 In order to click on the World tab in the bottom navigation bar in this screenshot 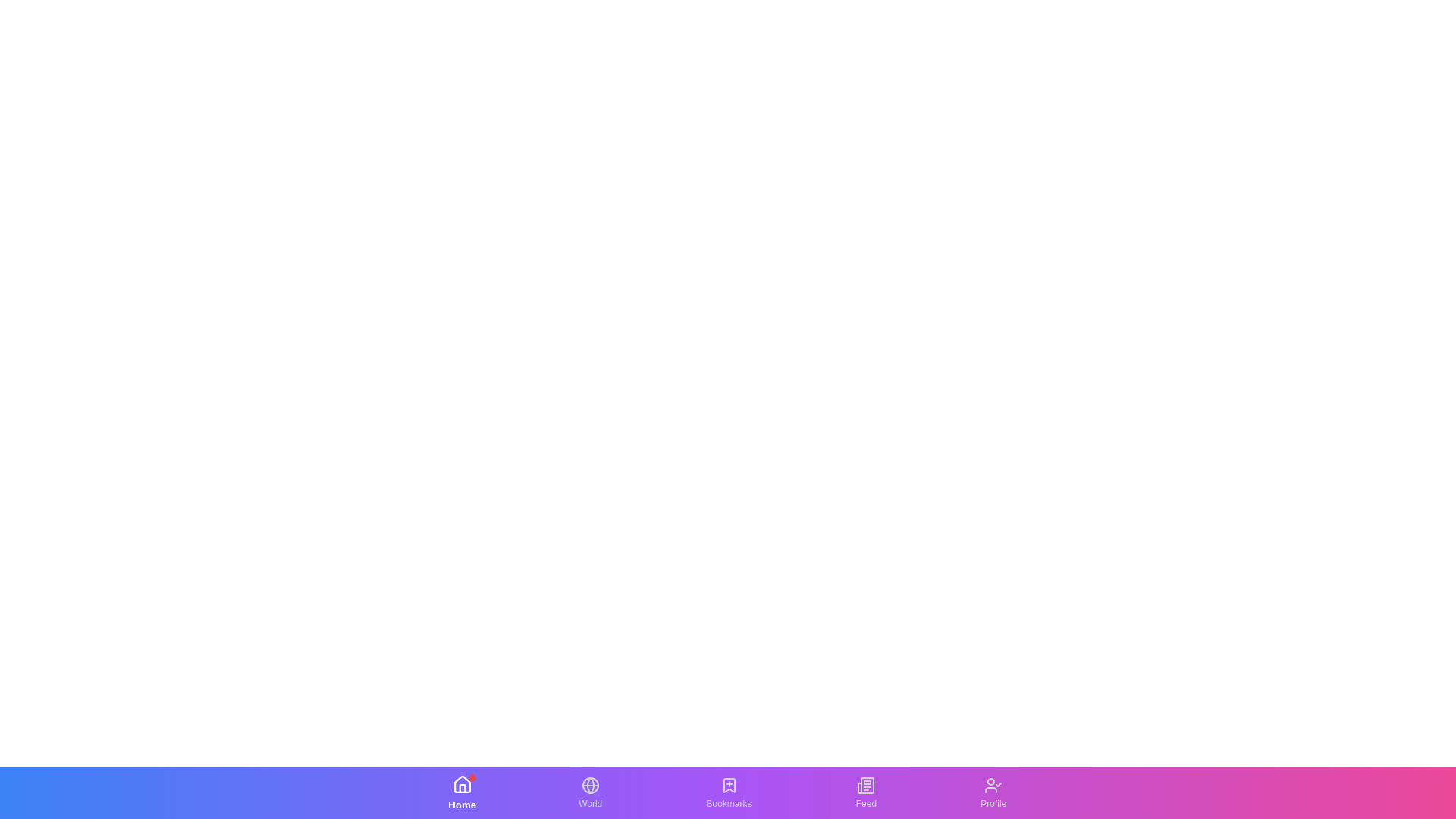, I will do `click(589, 792)`.